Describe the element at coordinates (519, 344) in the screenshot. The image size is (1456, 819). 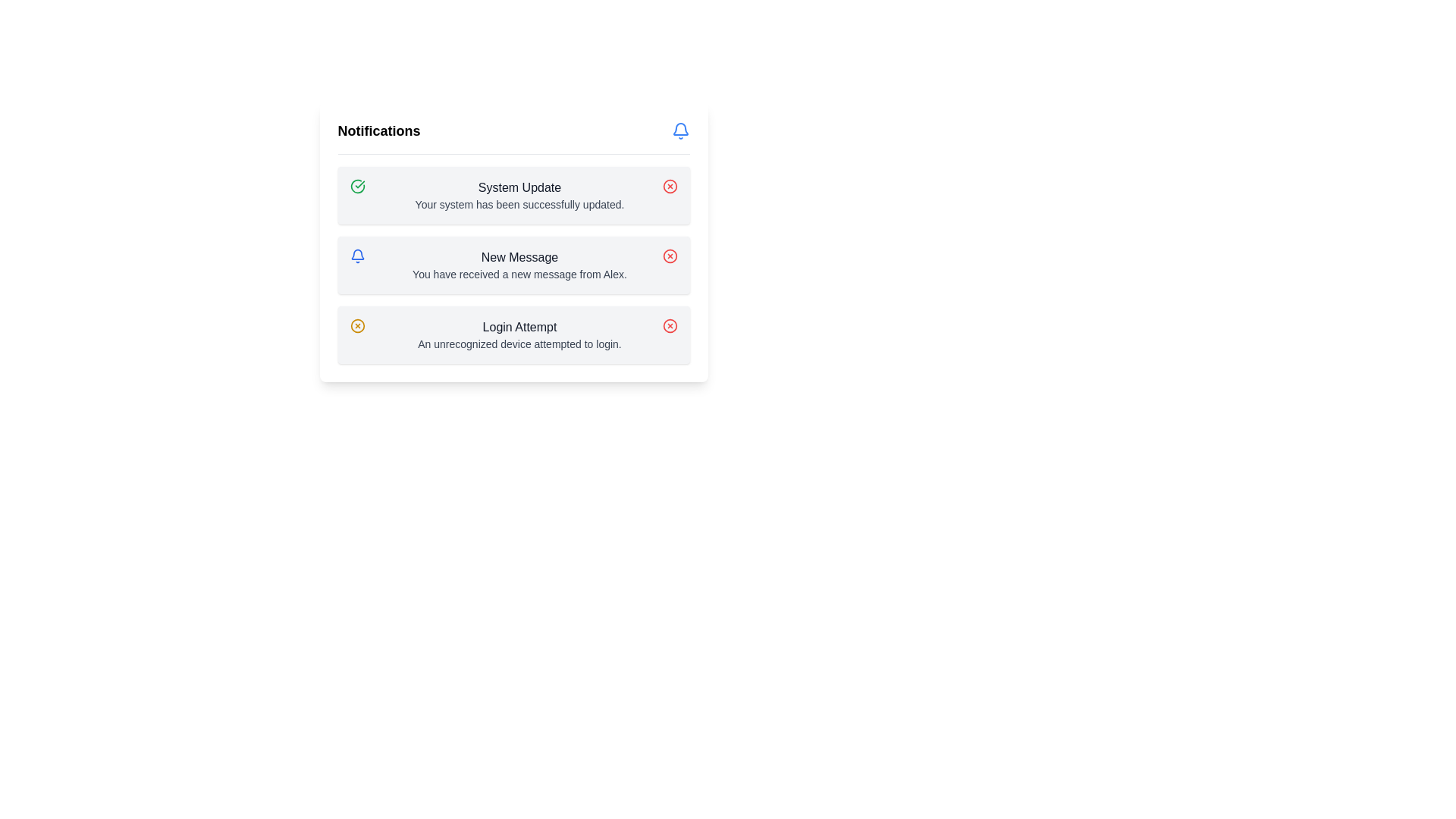
I see `the text block displaying the message 'An unrecognized device attempted to login.' which is located below the 'Login Attempt' header in the third notification card of the 'Notifications' panel` at that location.